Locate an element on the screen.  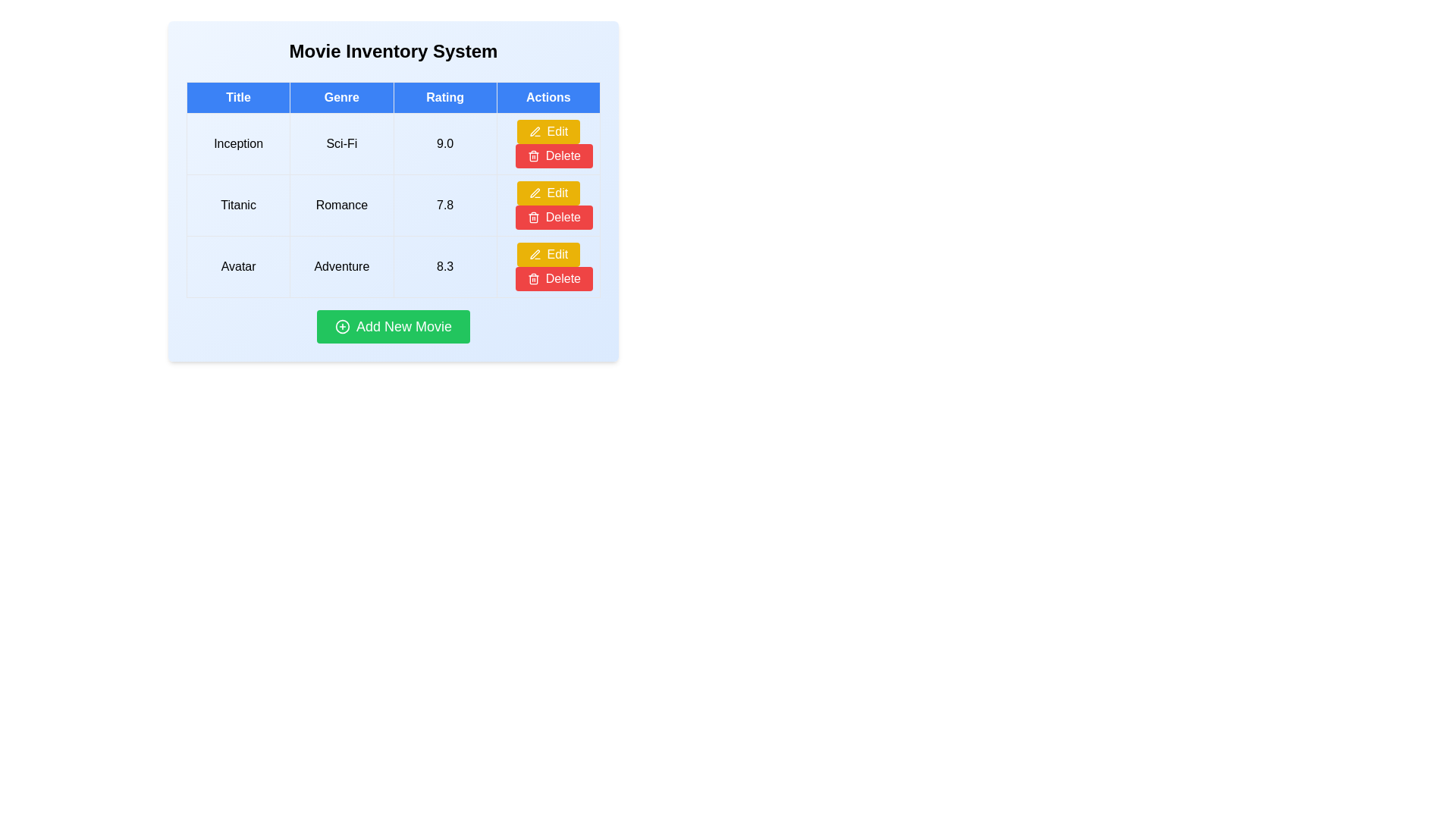
the red-colored trash can icon located in the 'Actions' column of the last row of the 'Movie Inventory System' table, which represents the movie 'Avatar' is located at coordinates (533, 217).